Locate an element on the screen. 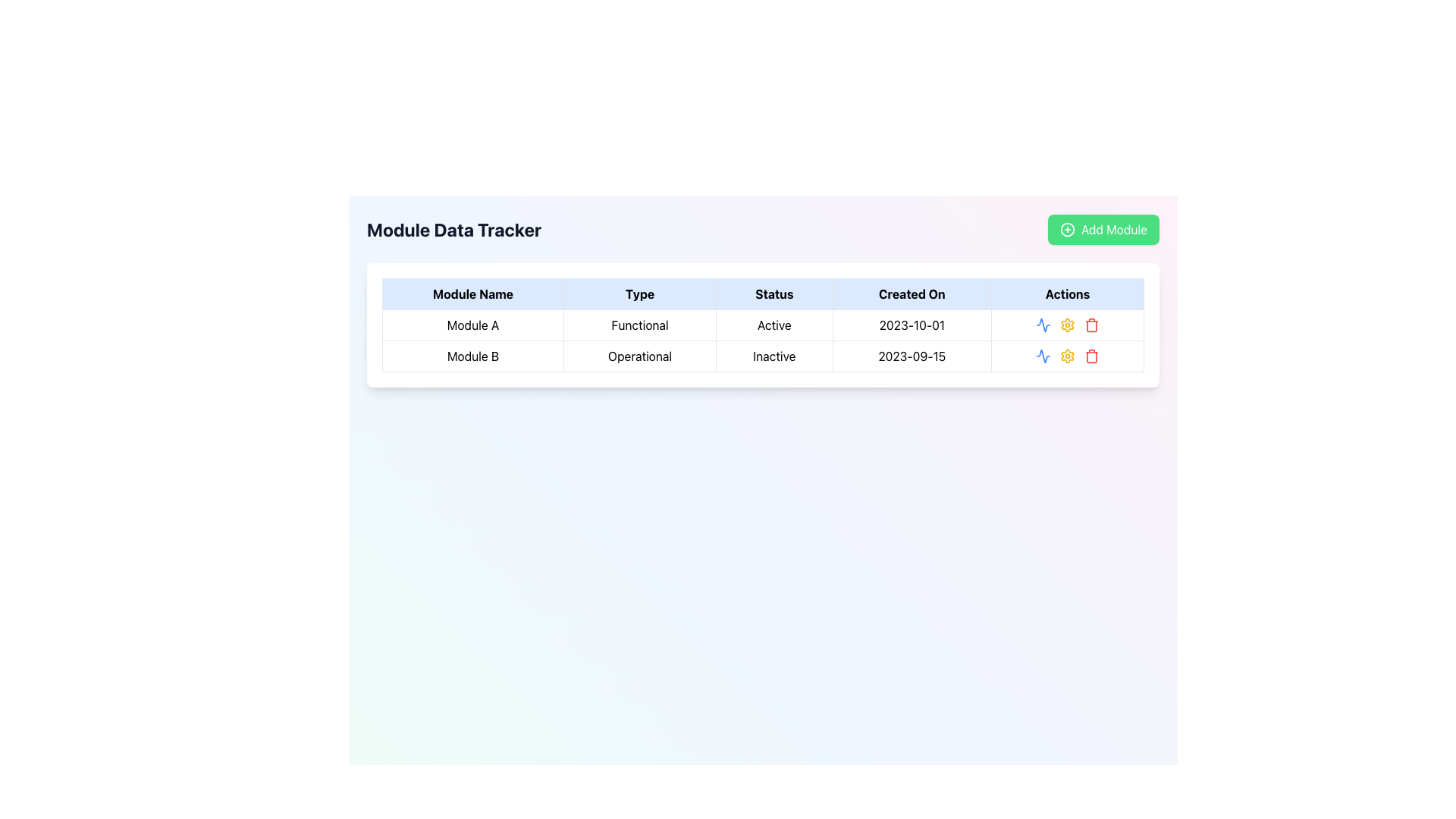 The height and width of the screenshot is (819, 1456). the circular icon with a plus sign inside the 'Add Module' button located in the top-right corner of the interface is located at coordinates (1066, 230).